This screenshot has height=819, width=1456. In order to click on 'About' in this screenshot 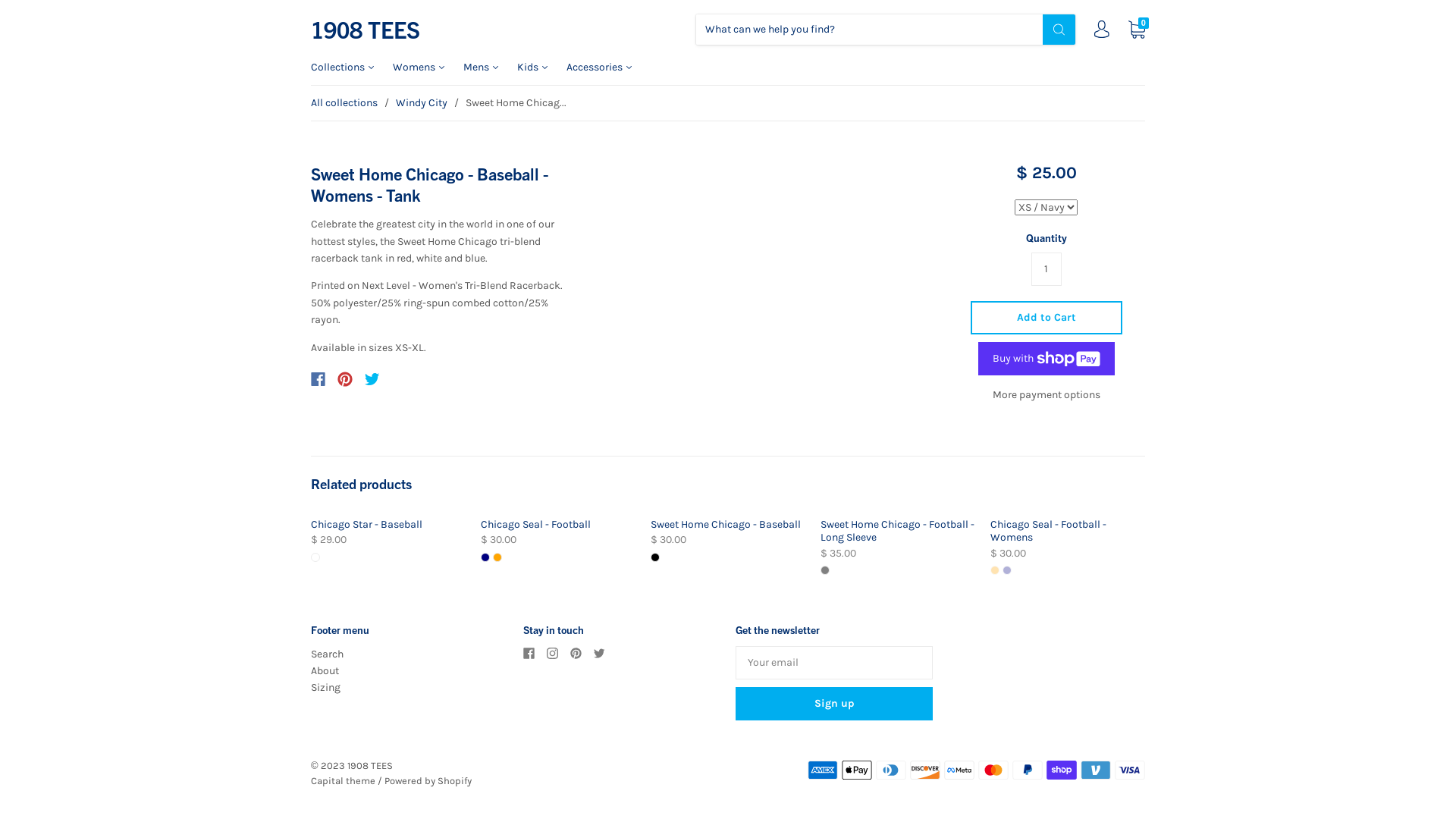, I will do `click(324, 670)`.